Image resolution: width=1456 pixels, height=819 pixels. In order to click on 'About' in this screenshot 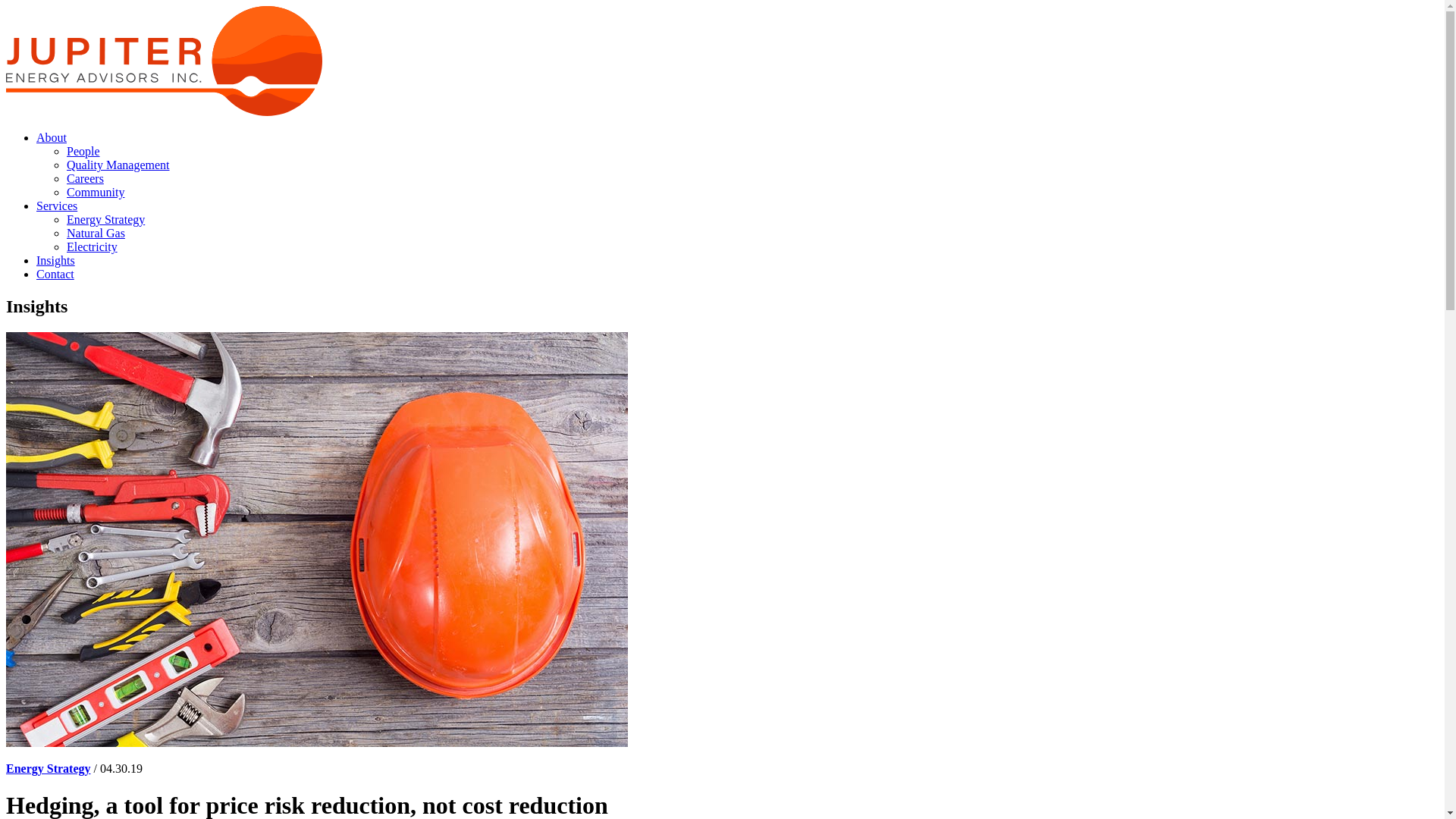, I will do `click(51, 137)`.